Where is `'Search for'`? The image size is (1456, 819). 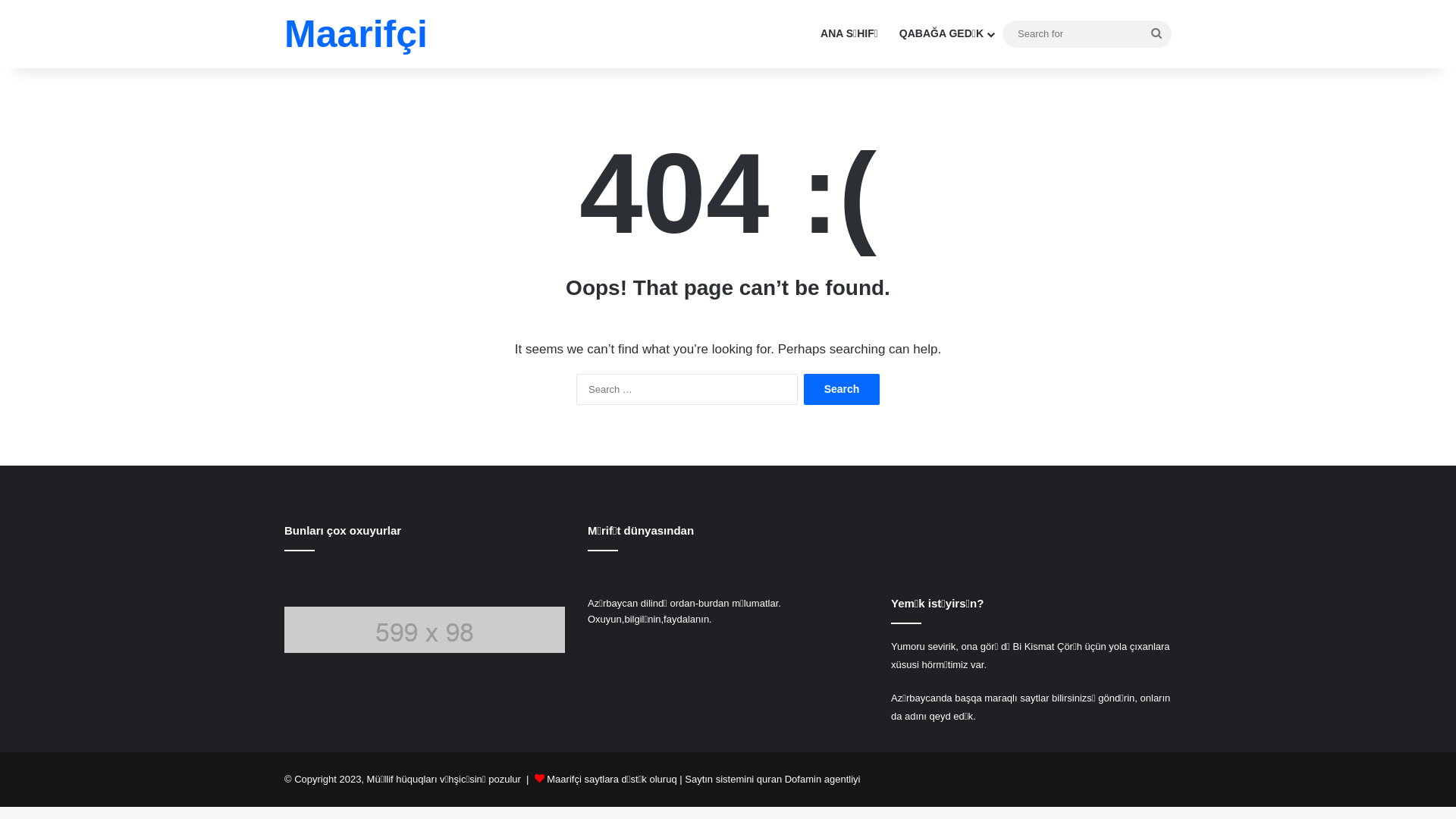
'Search for' is located at coordinates (1086, 33).